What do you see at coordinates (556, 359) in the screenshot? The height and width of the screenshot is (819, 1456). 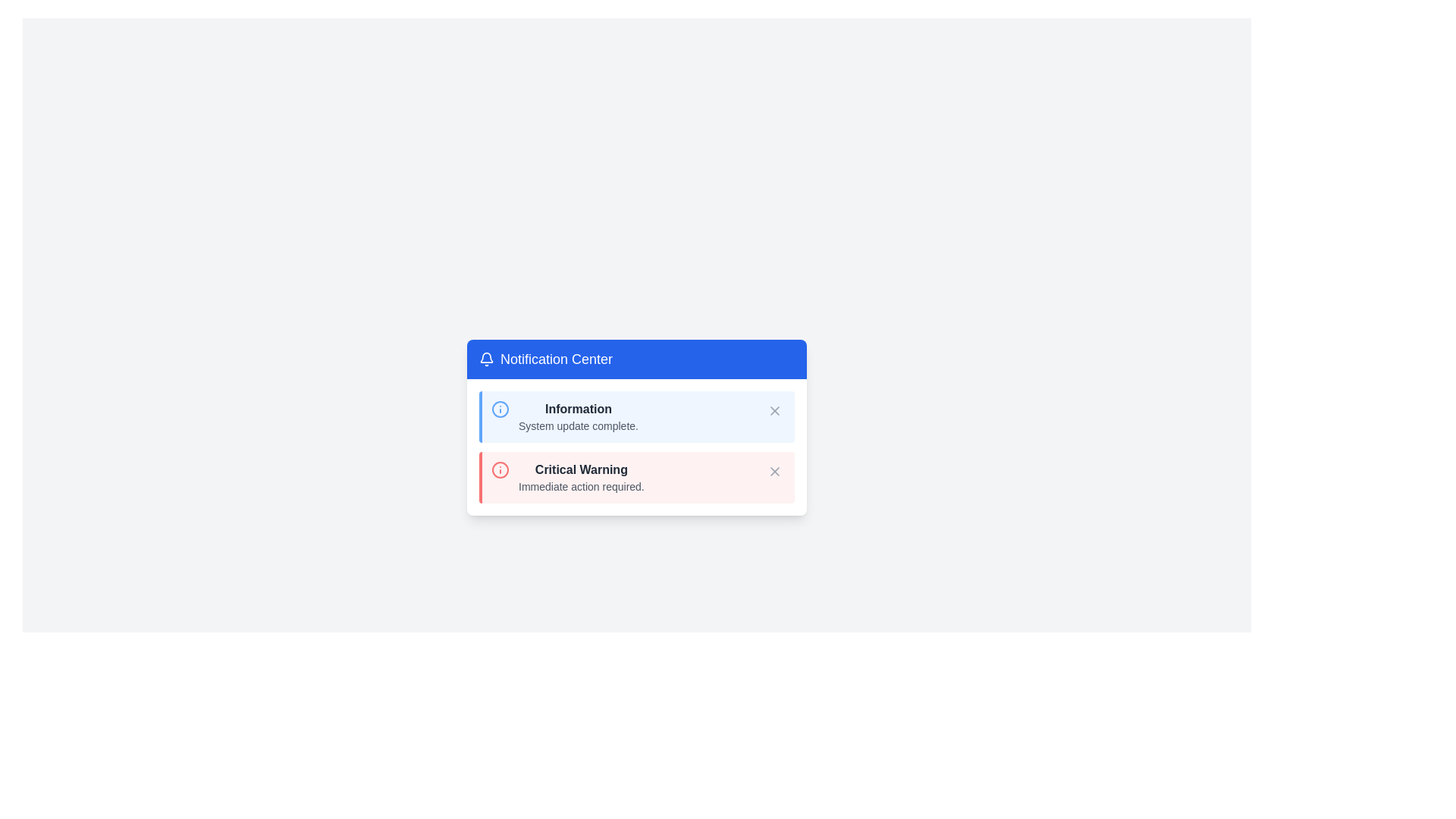 I see `text 'Notification Center' located on the left side of the blue header in the notification display area` at bounding box center [556, 359].